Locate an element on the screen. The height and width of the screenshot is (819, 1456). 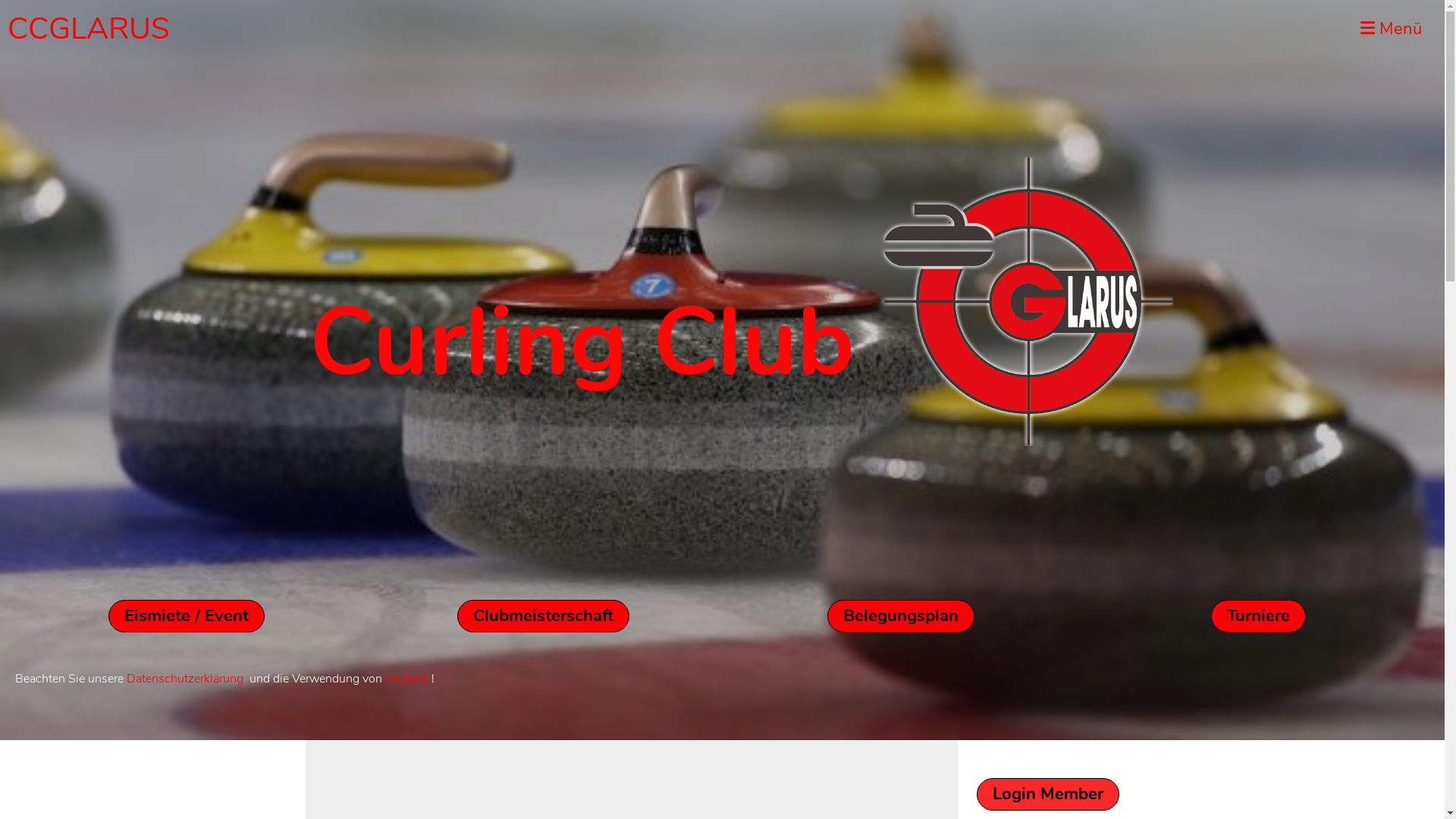
'Cookies' is located at coordinates (406, 677).